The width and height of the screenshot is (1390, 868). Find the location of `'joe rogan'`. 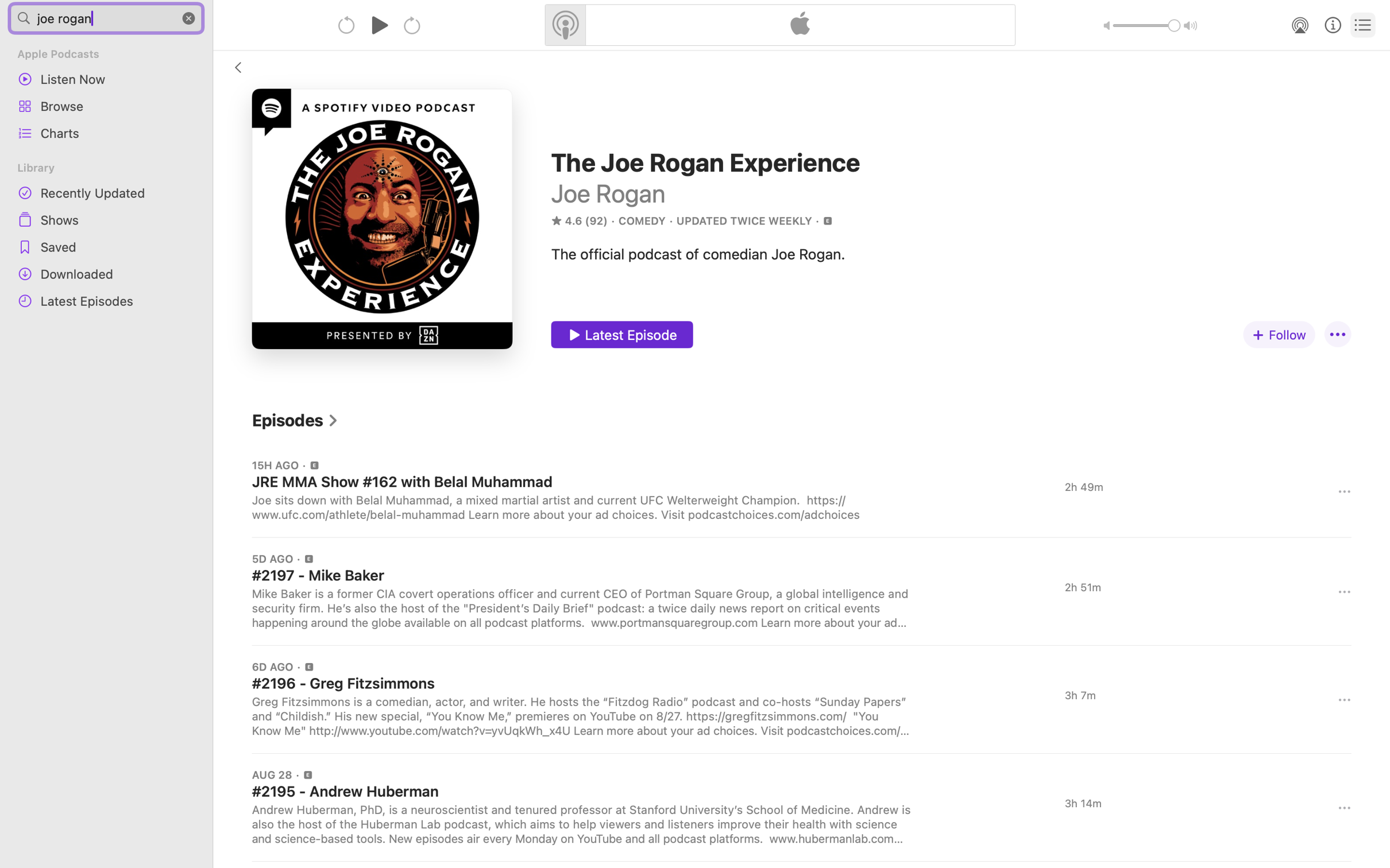

'joe rogan' is located at coordinates (106, 17).